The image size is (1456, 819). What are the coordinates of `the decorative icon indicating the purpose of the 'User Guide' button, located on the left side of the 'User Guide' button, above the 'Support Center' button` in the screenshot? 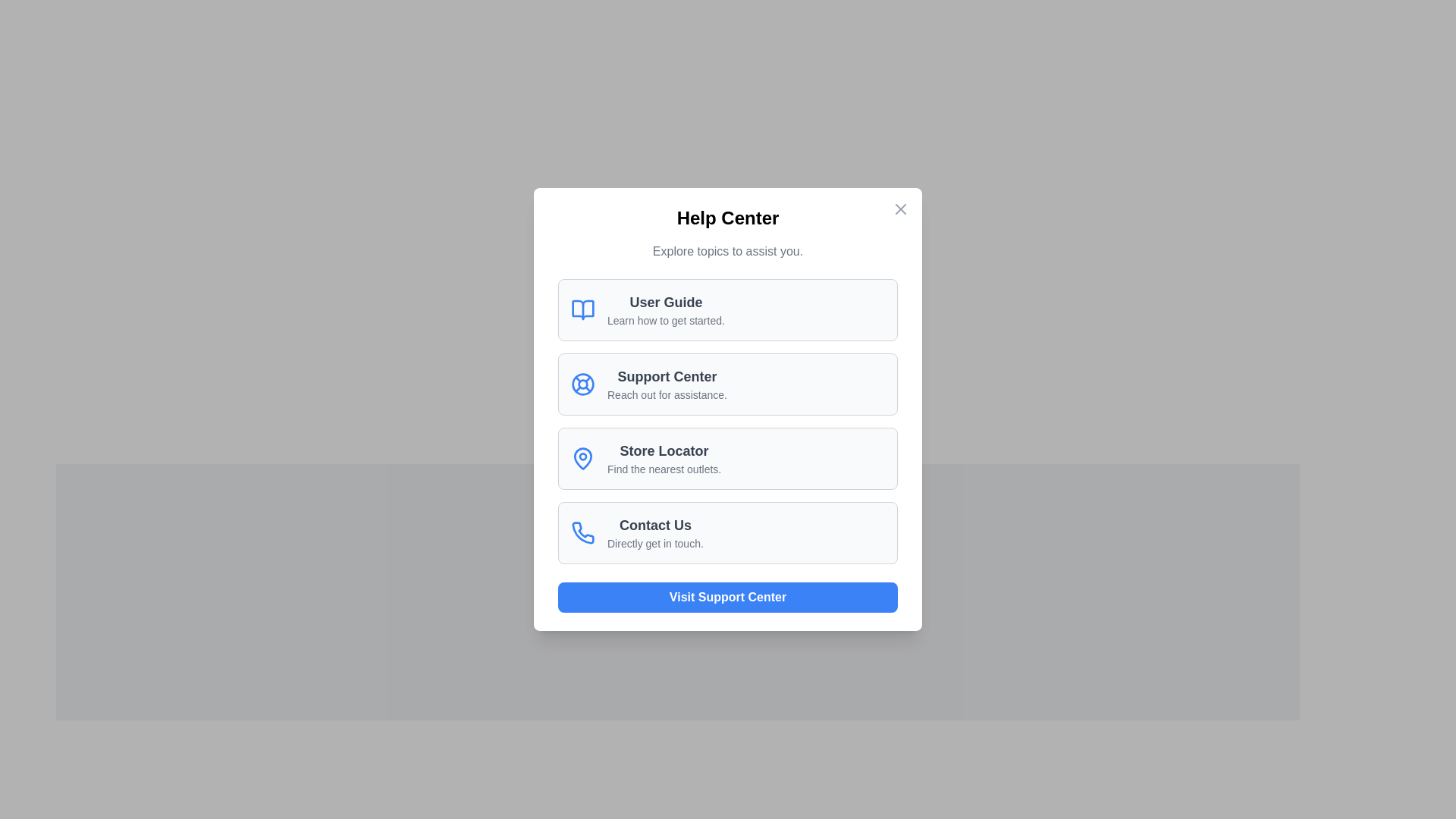 It's located at (582, 309).